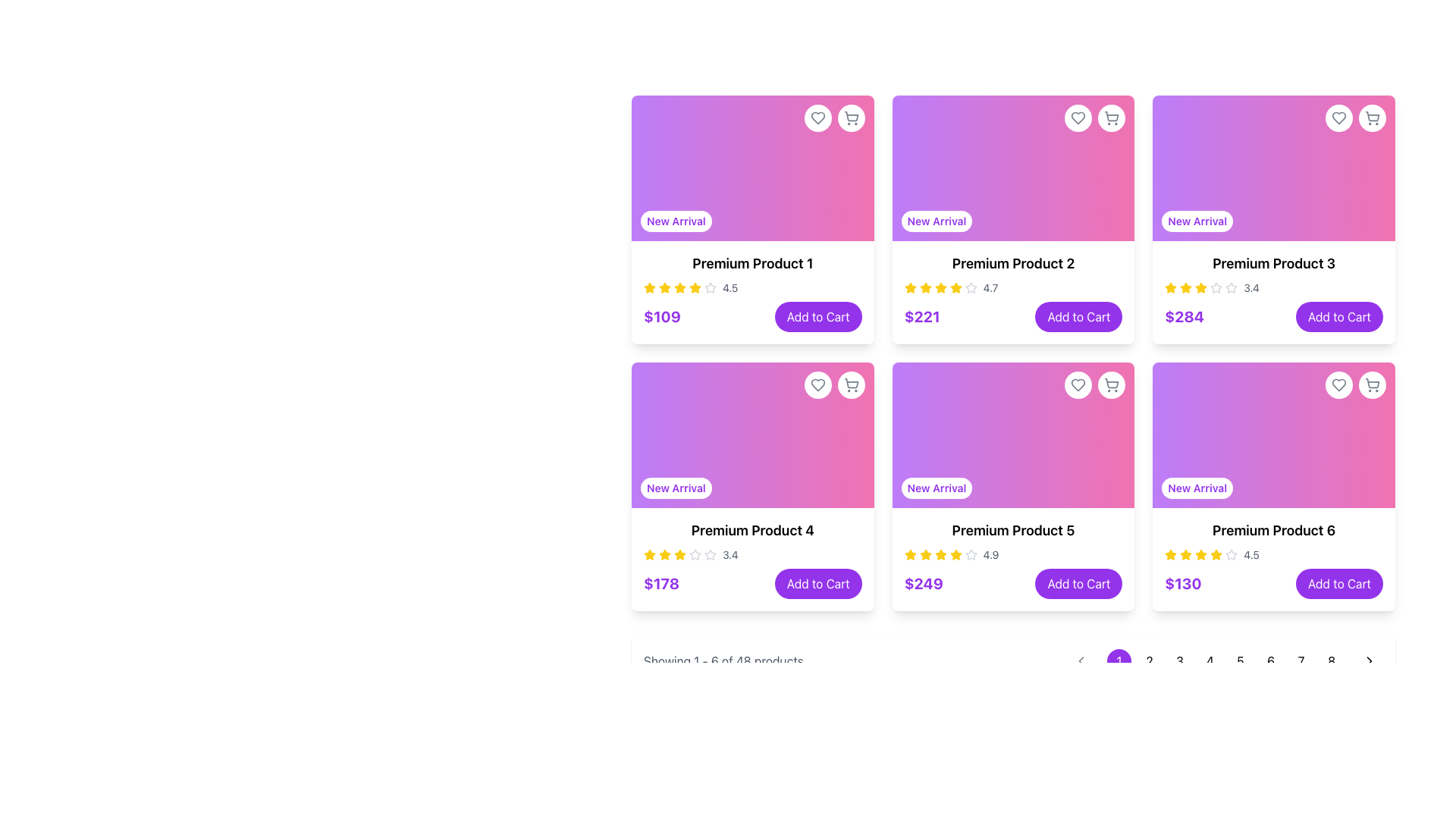  What do you see at coordinates (1200, 554) in the screenshot?
I see `the third star in the rating display for 'Premium Product 6', which represents a rating value of 3` at bounding box center [1200, 554].